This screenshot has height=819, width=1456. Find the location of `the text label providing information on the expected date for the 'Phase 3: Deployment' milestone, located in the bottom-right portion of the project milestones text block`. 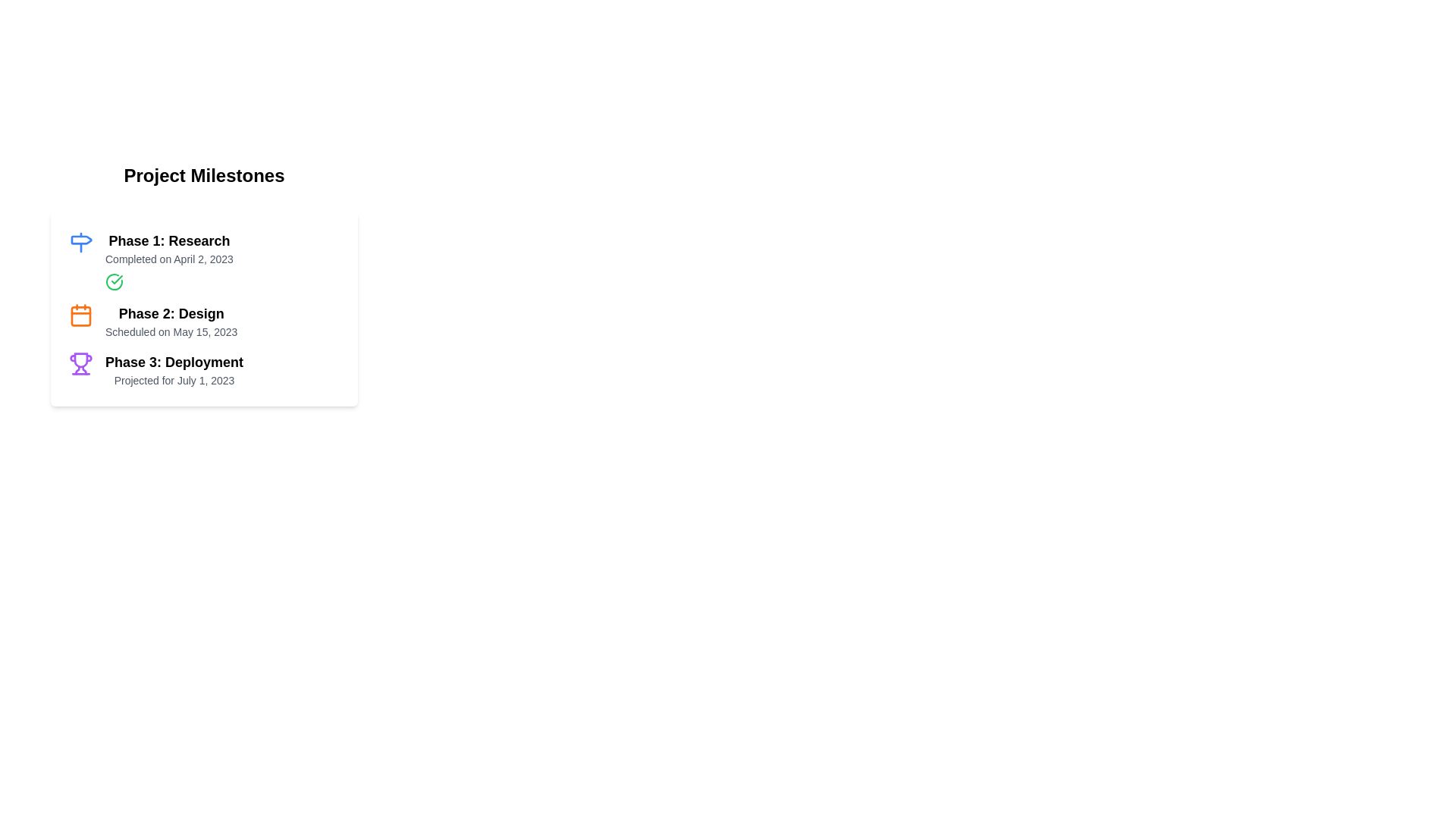

the text label providing information on the expected date for the 'Phase 3: Deployment' milestone, located in the bottom-right portion of the project milestones text block is located at coordinates (174, 379).